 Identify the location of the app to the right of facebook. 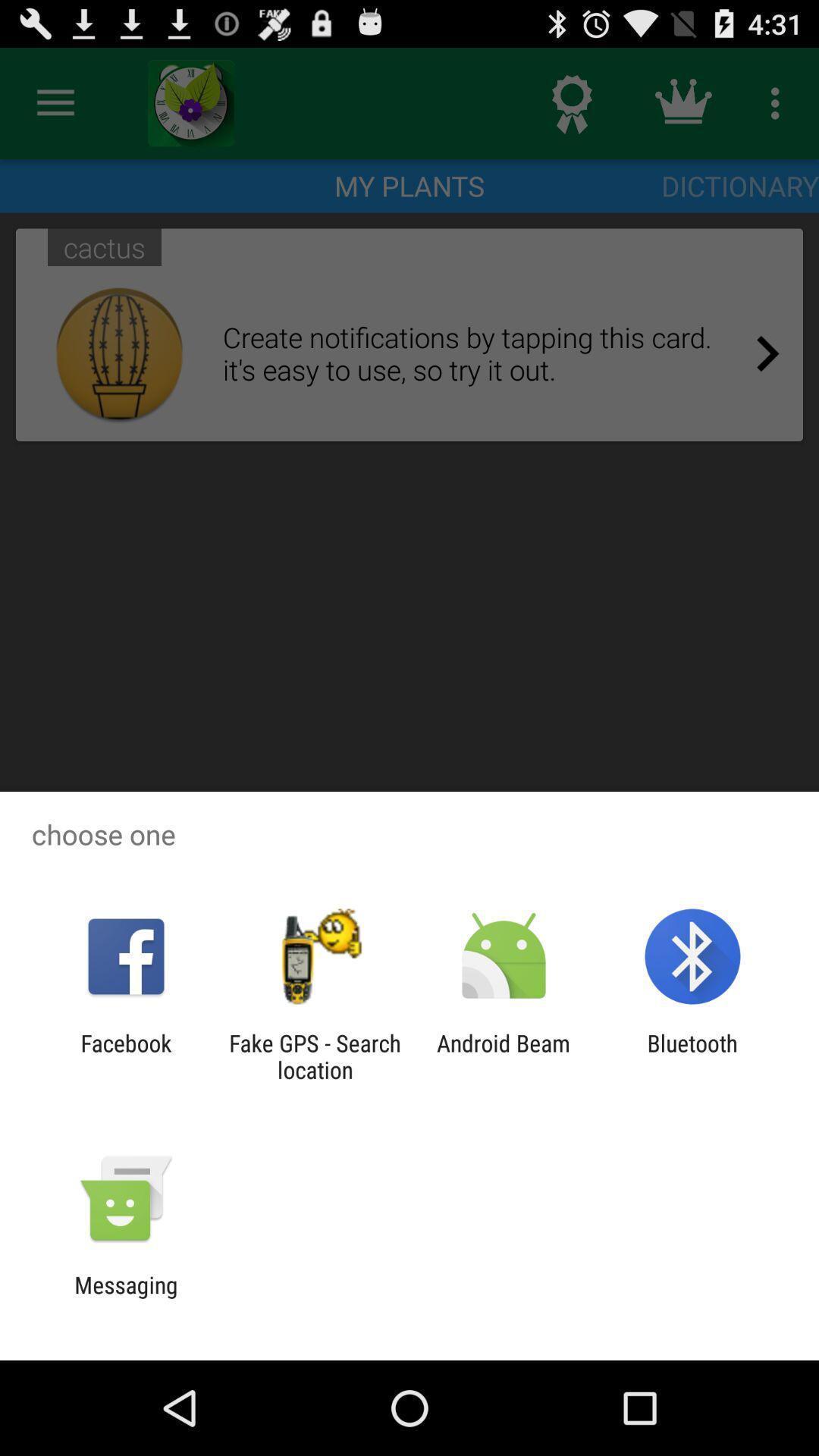
(314, 1056).